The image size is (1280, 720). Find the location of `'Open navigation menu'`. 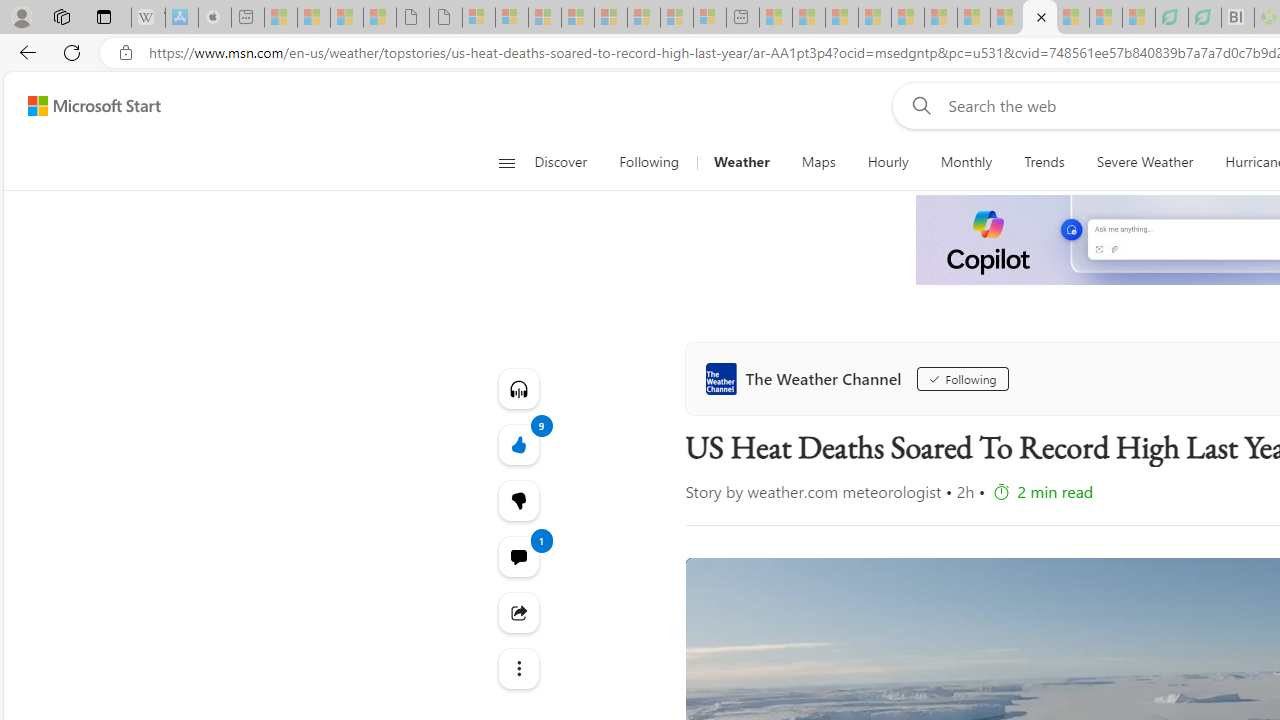

'Open navigation menu' is located at coordinates (506, 162).